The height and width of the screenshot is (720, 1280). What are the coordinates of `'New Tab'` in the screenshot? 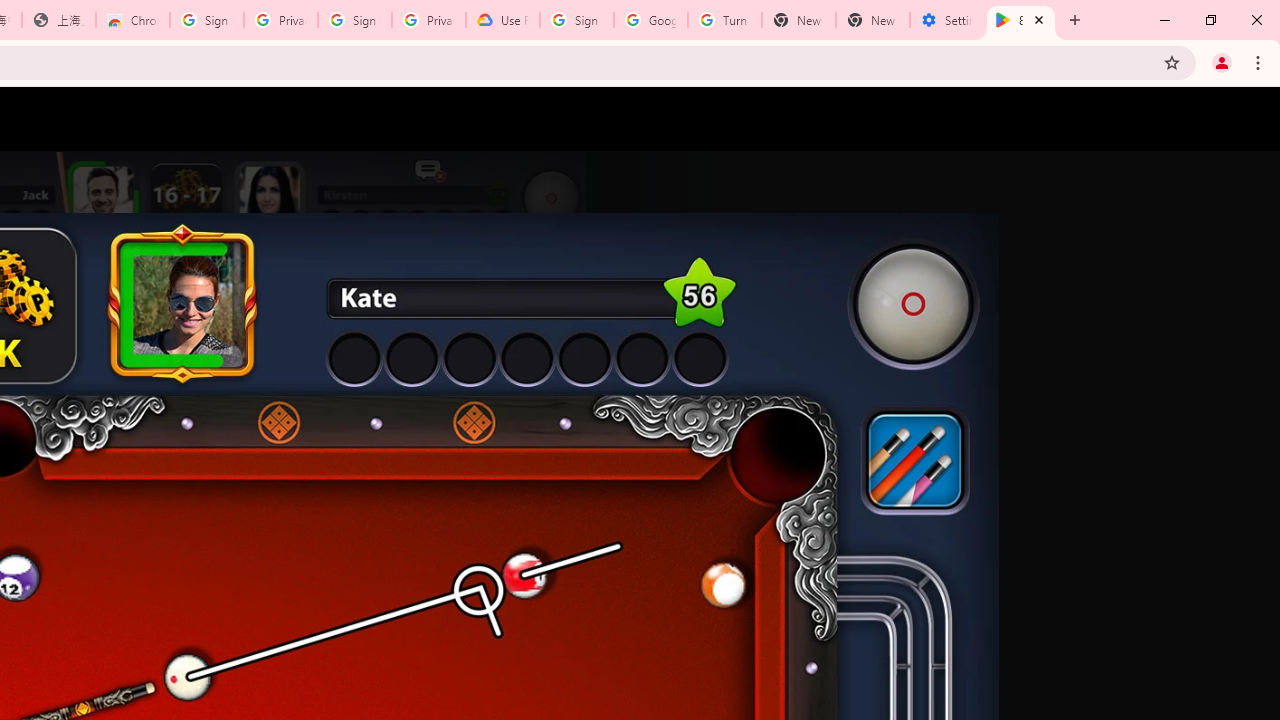 It's located at (872, 20).